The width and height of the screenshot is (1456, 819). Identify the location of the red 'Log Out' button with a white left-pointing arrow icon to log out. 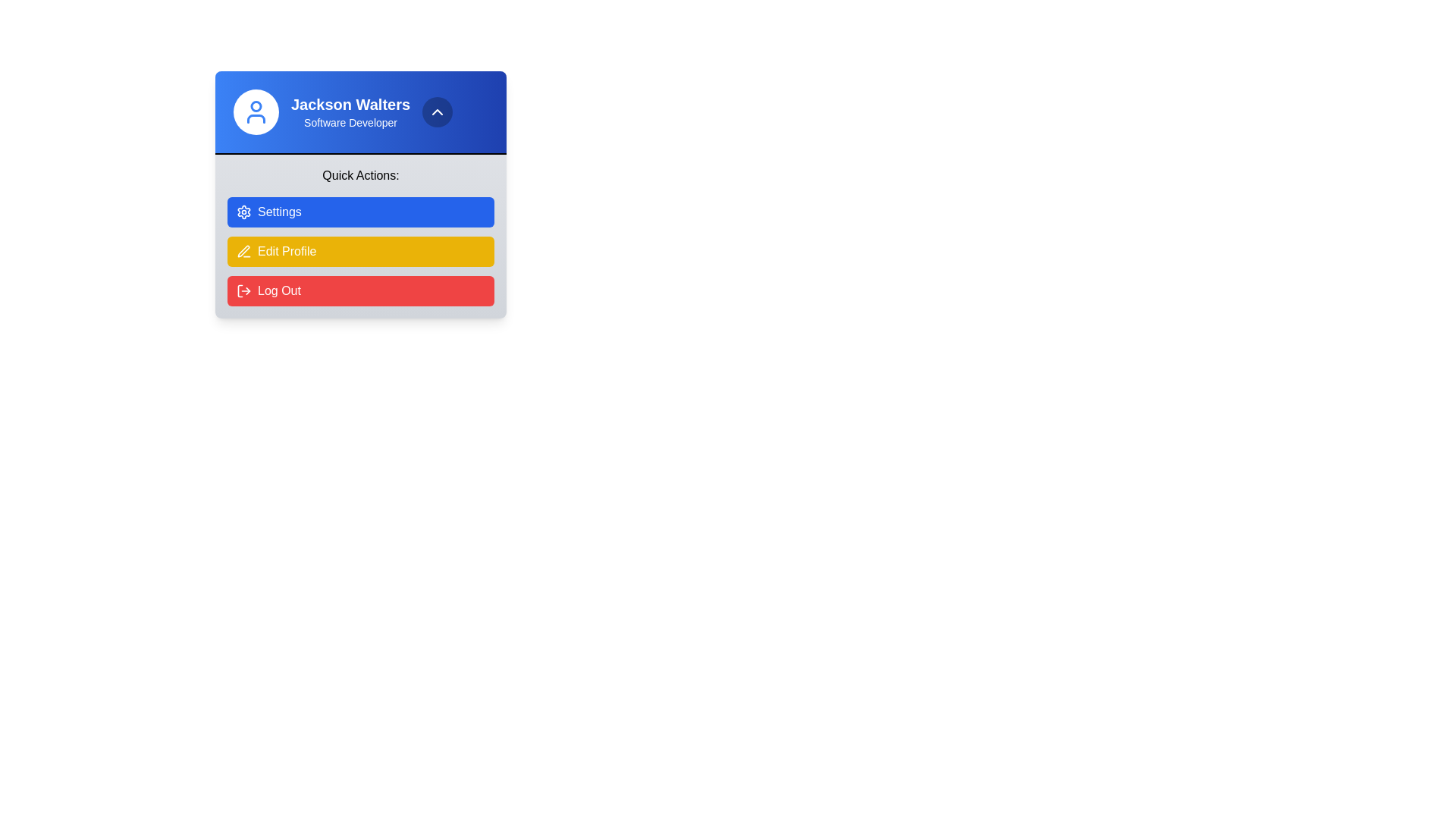
(359, 291).